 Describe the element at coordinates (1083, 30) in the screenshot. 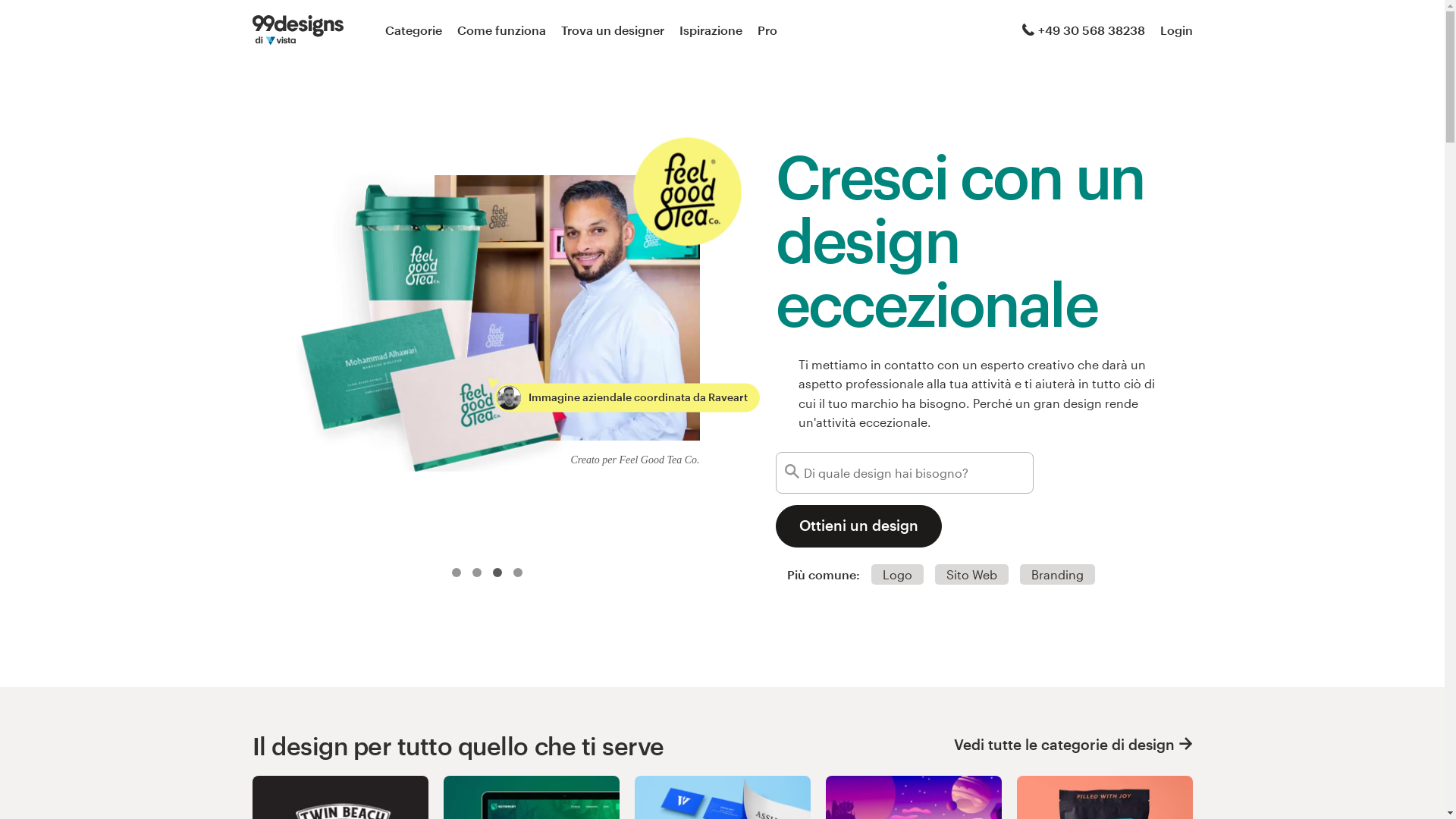

I see `'+49 30 568 38238'` at that location.